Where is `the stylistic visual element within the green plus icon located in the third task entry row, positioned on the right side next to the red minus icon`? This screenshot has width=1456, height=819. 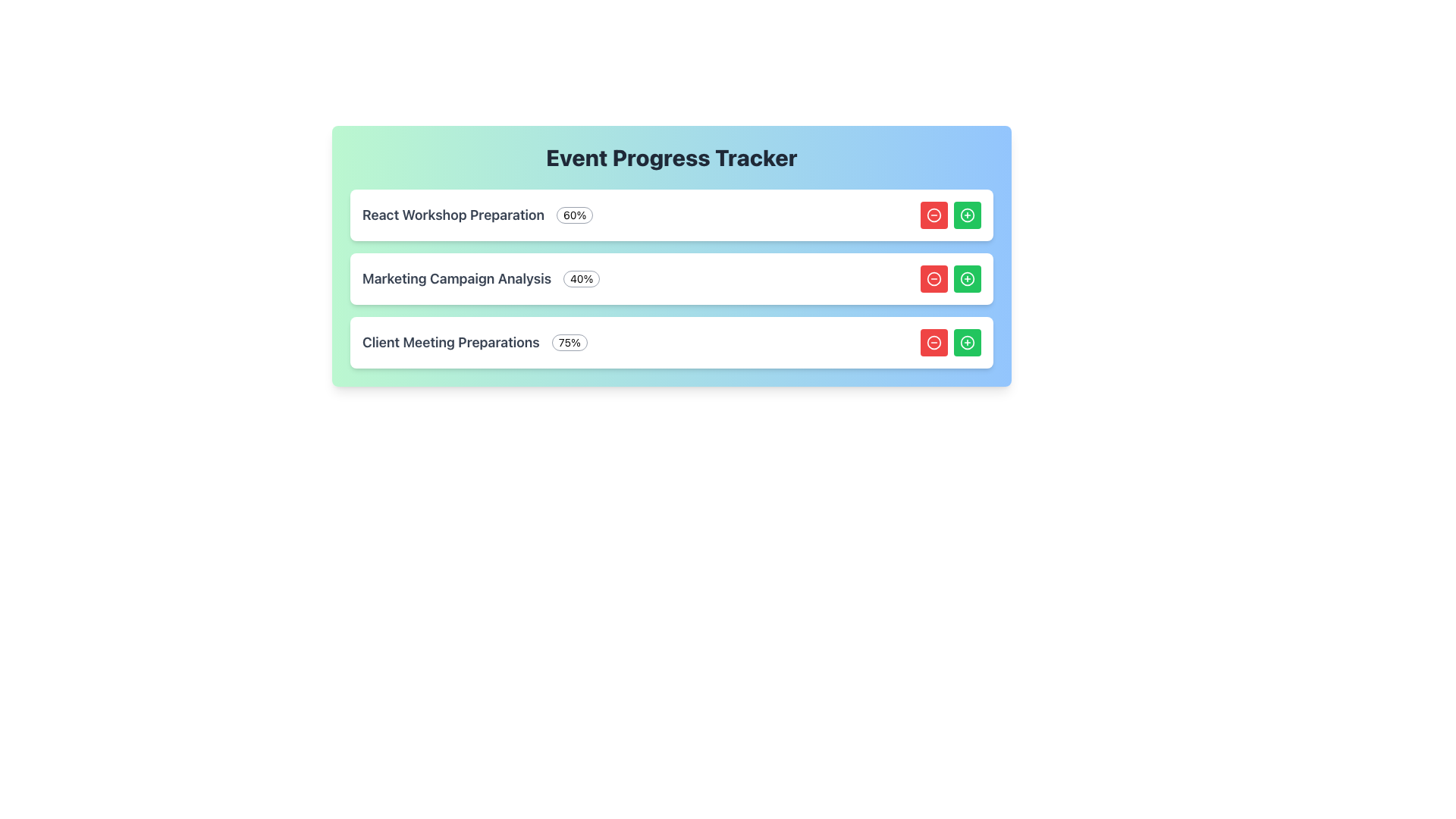 the stylistic visual element within the green plus icon located in the third task entry row, positioned on the right side next to the red minus icon is located at coordinates (967, 342).